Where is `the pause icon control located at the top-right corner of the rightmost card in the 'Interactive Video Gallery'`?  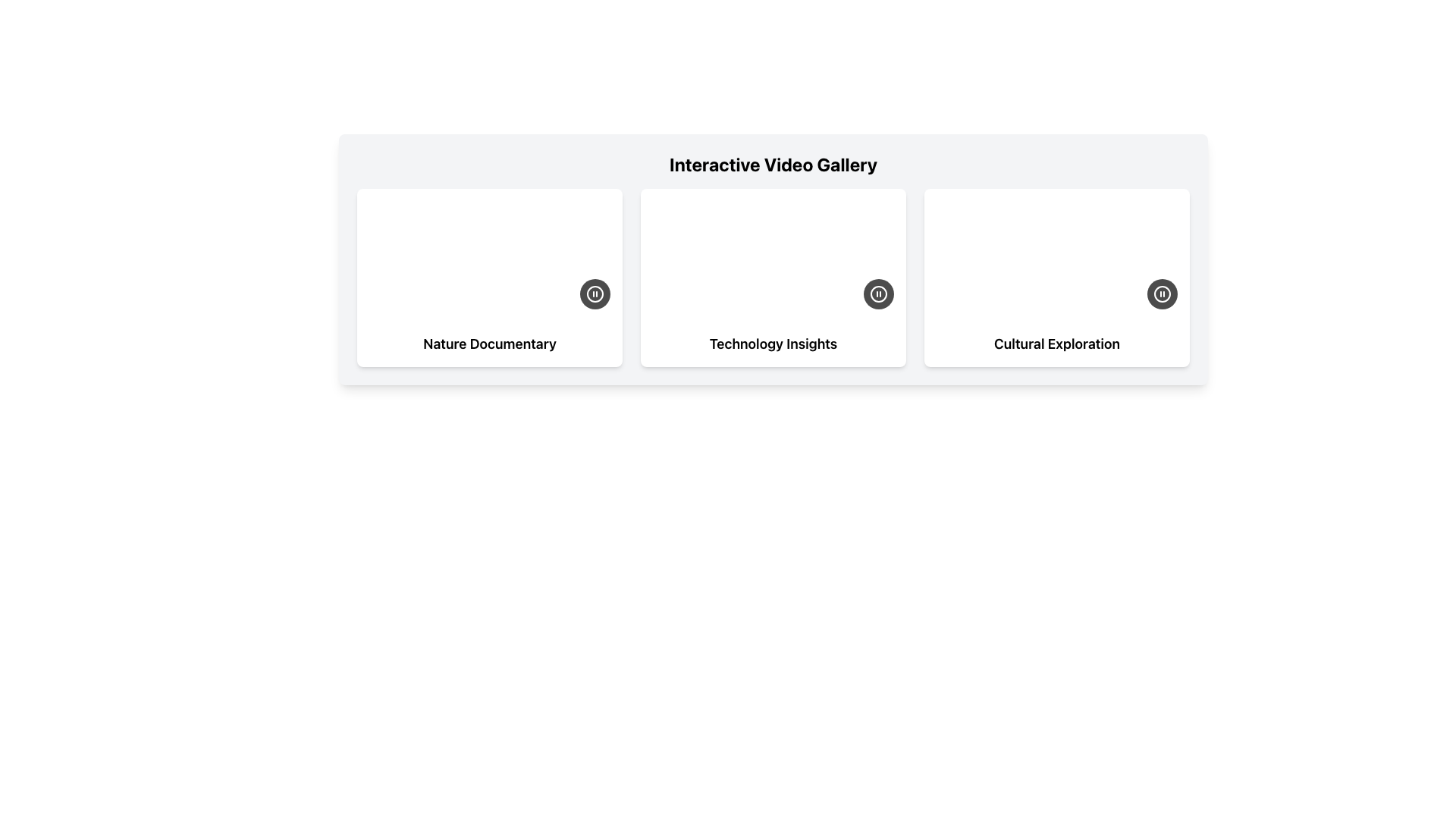 the pause icon control located at the top-right corner of the rightmost card in the 'Interactive Video Gallery' is located at coordinates (1161, 294).